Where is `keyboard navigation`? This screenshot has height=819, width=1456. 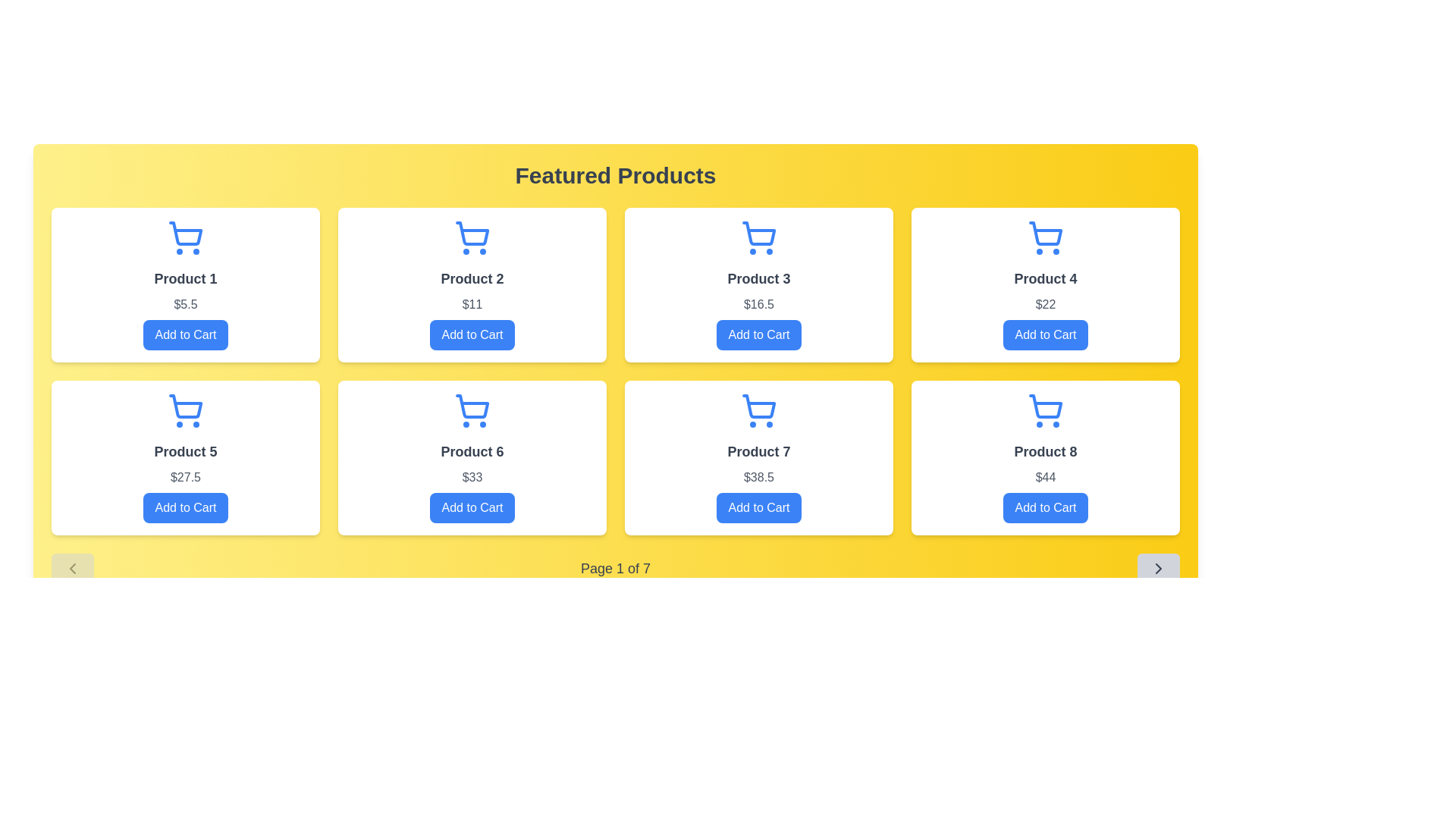 keyboard navigation is located at coordinates (759, 334).